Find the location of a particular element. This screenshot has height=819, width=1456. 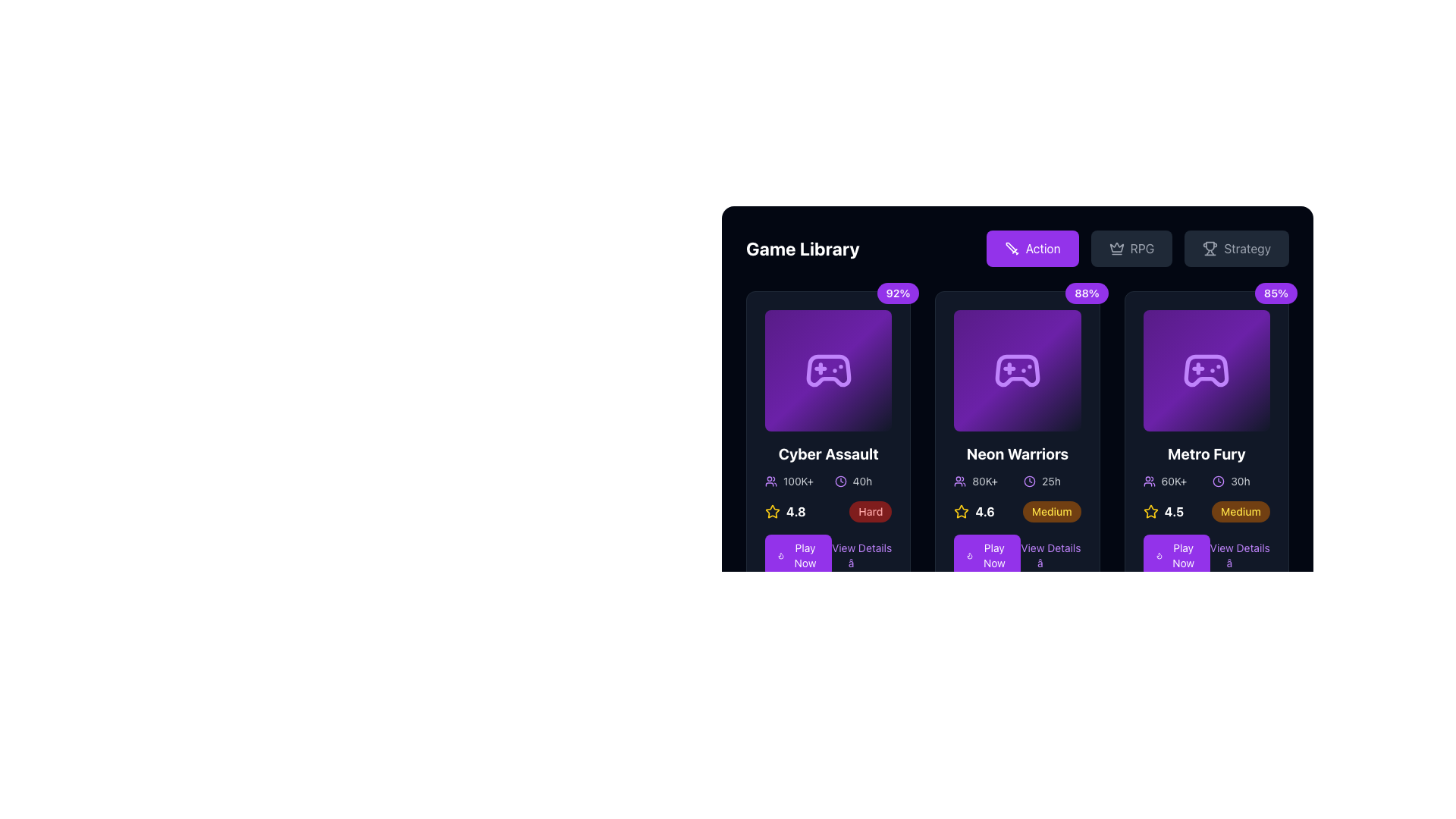

the star icon located below the 'Neon Warriors' game card in the rating section, which represents the rating score is located at coordinates (1150, 511).